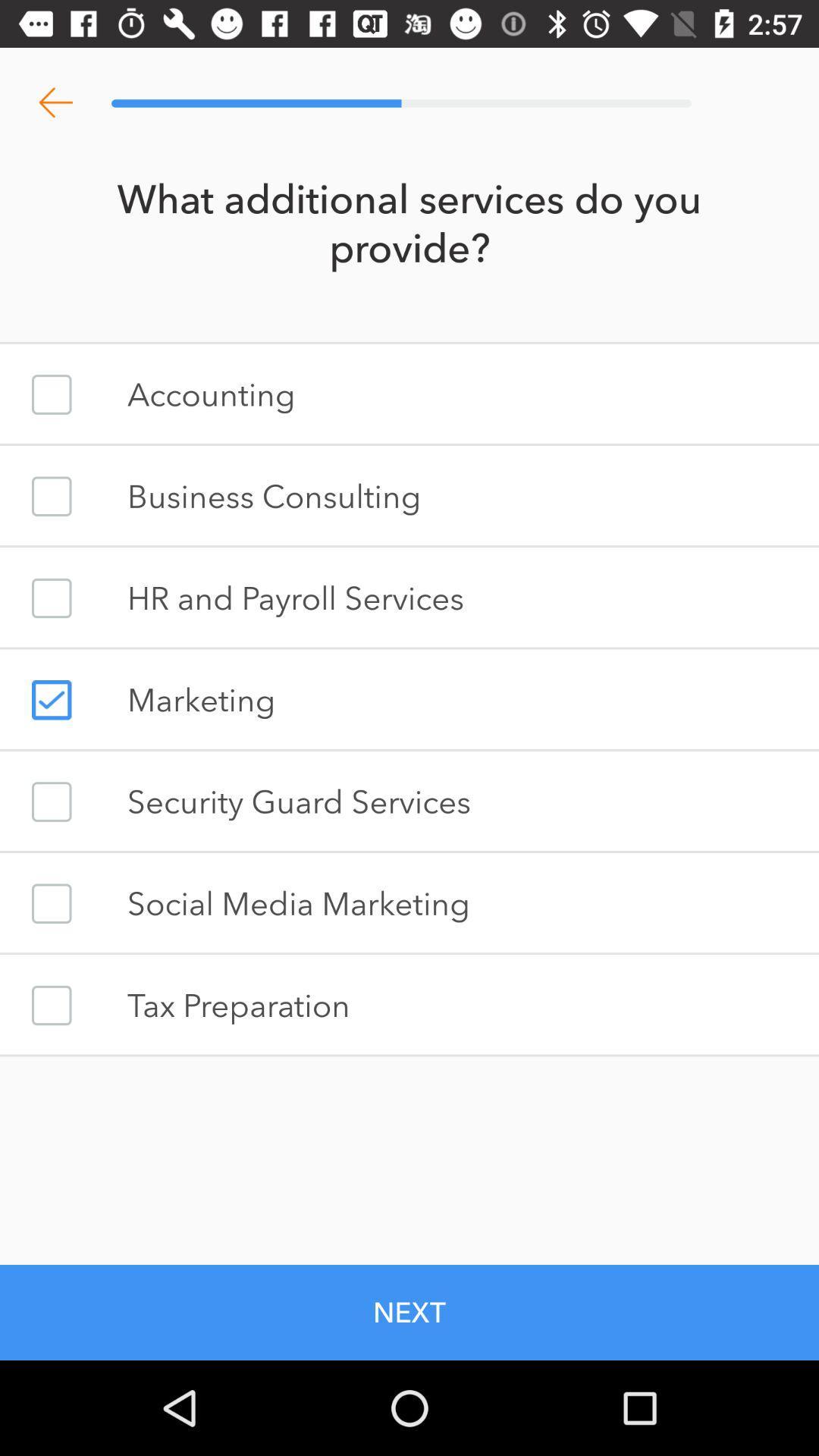  Describe the element at coordinates (409, 1312) in the screenshot. I see `the next` at that location.